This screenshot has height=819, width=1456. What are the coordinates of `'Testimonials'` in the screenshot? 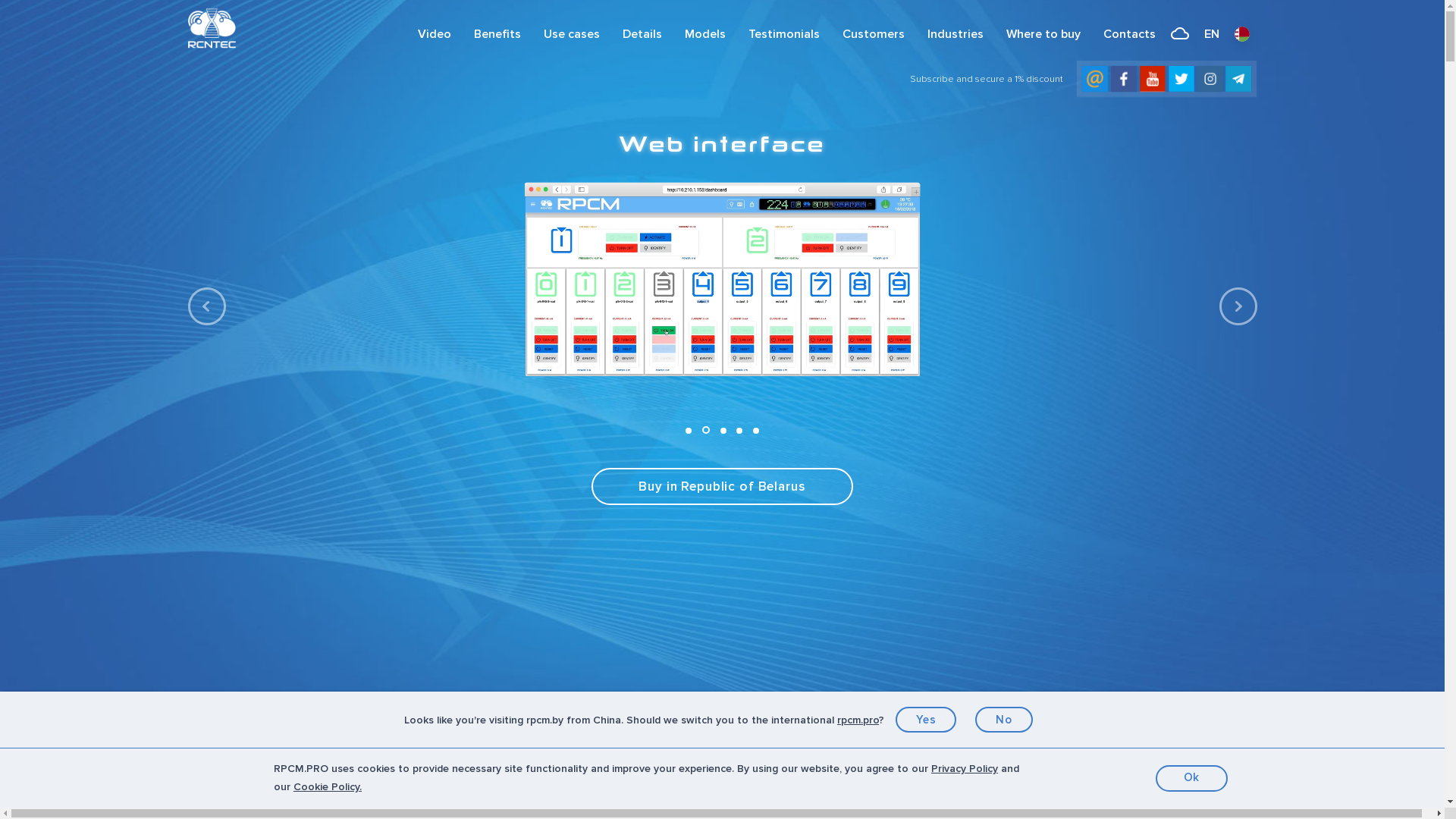 It's located at (783, 34).